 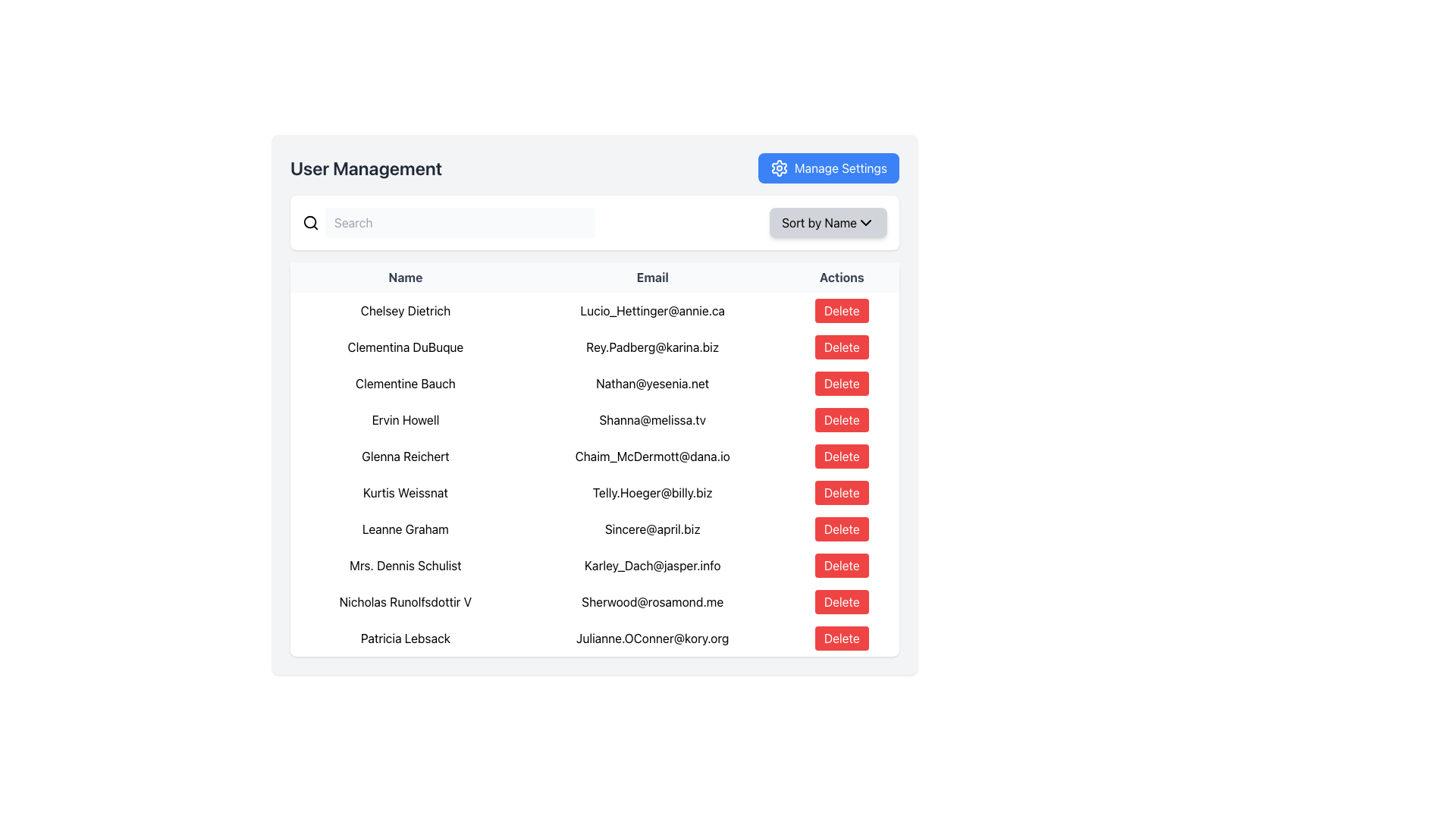 I want to click on the 'Delete' button for user 'Lucio_Hettinger@annie.ca' in the user management table, so click(x=841, y=309).